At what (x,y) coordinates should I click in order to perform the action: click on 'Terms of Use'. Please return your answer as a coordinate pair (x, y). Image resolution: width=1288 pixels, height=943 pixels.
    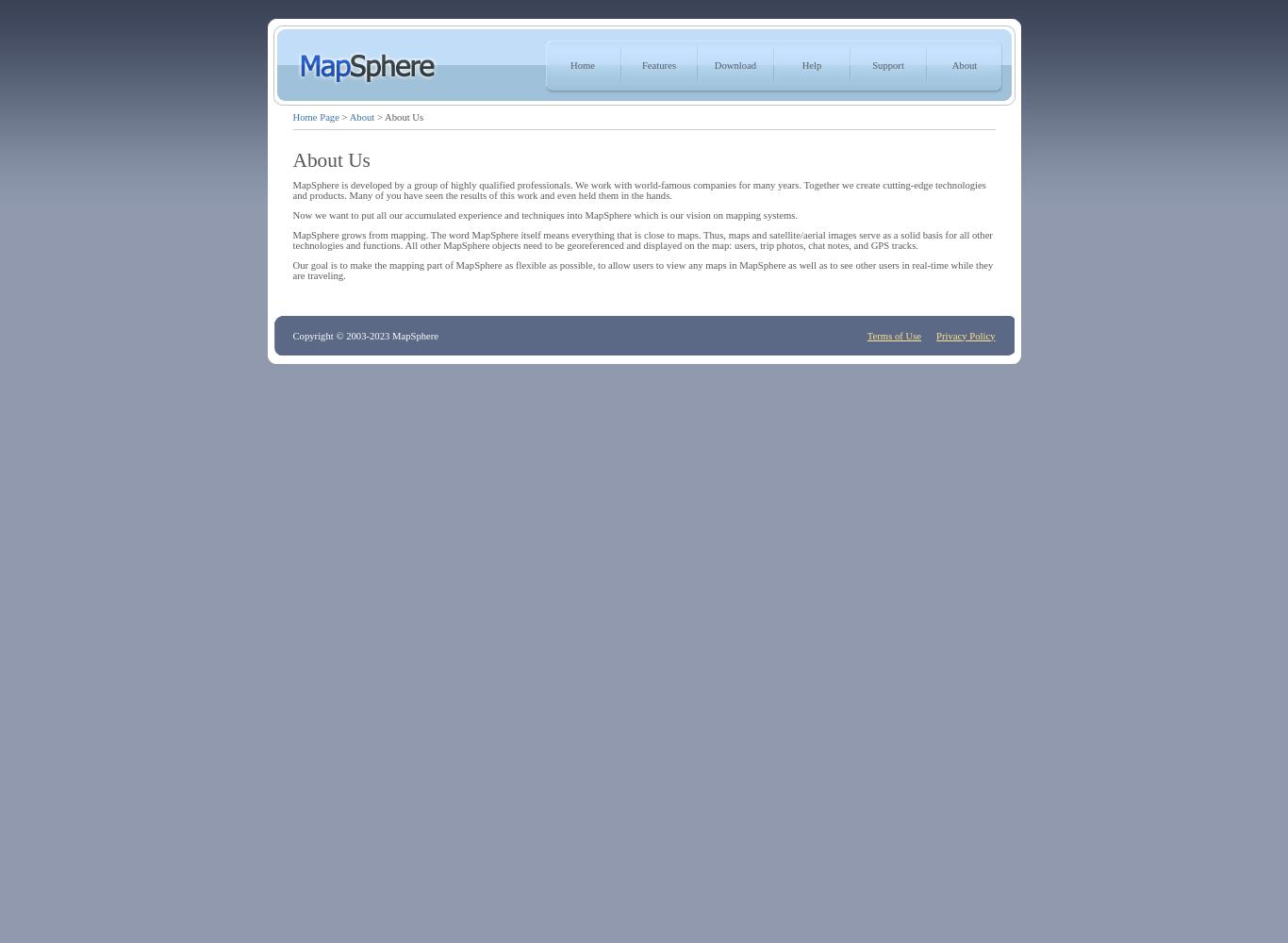
    Looking at the image, I should click on (894, 334).